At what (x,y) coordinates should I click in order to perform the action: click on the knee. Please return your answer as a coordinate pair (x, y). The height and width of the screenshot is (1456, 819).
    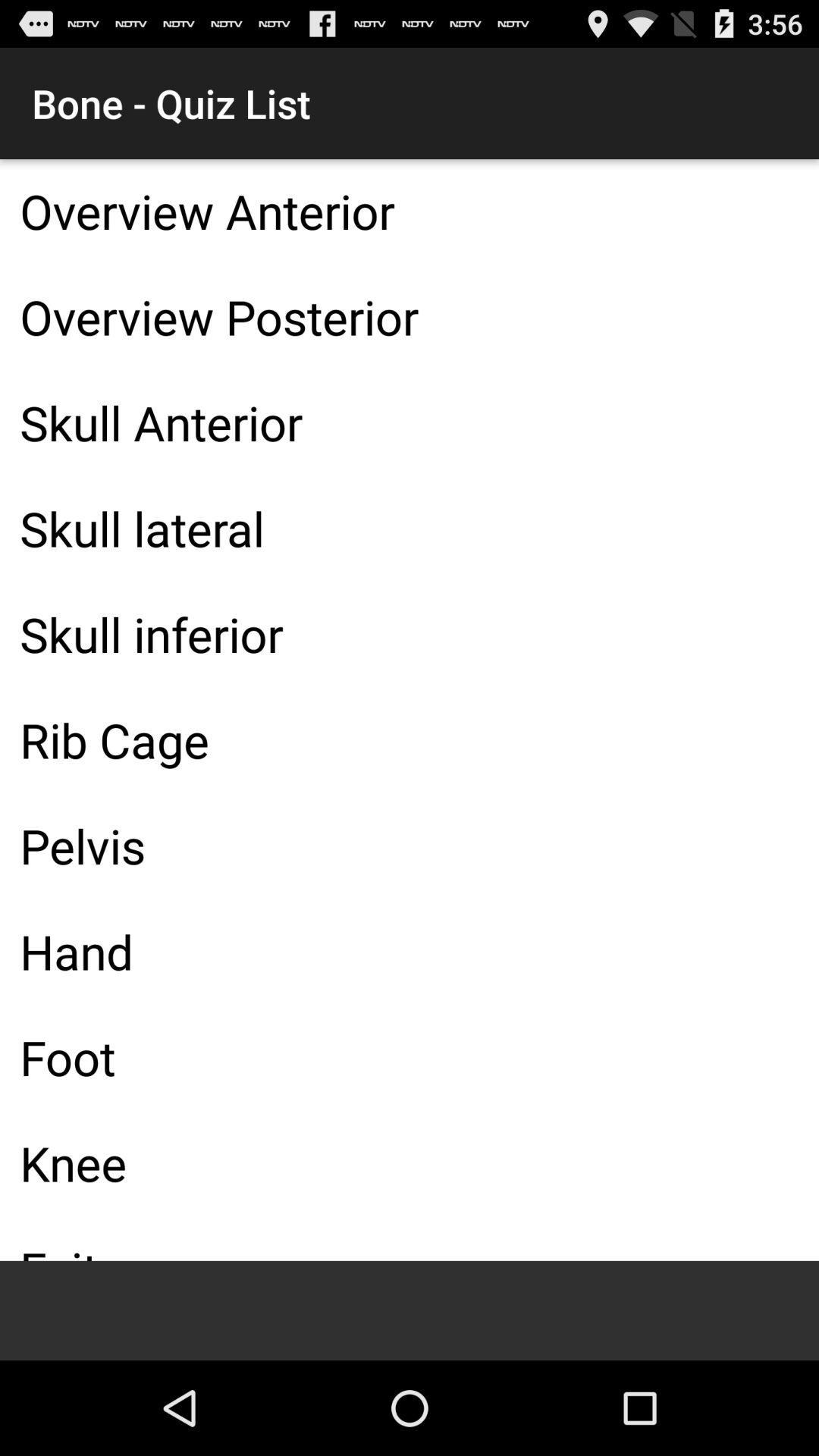
    Looking at the image, I should click on (409, 1162).